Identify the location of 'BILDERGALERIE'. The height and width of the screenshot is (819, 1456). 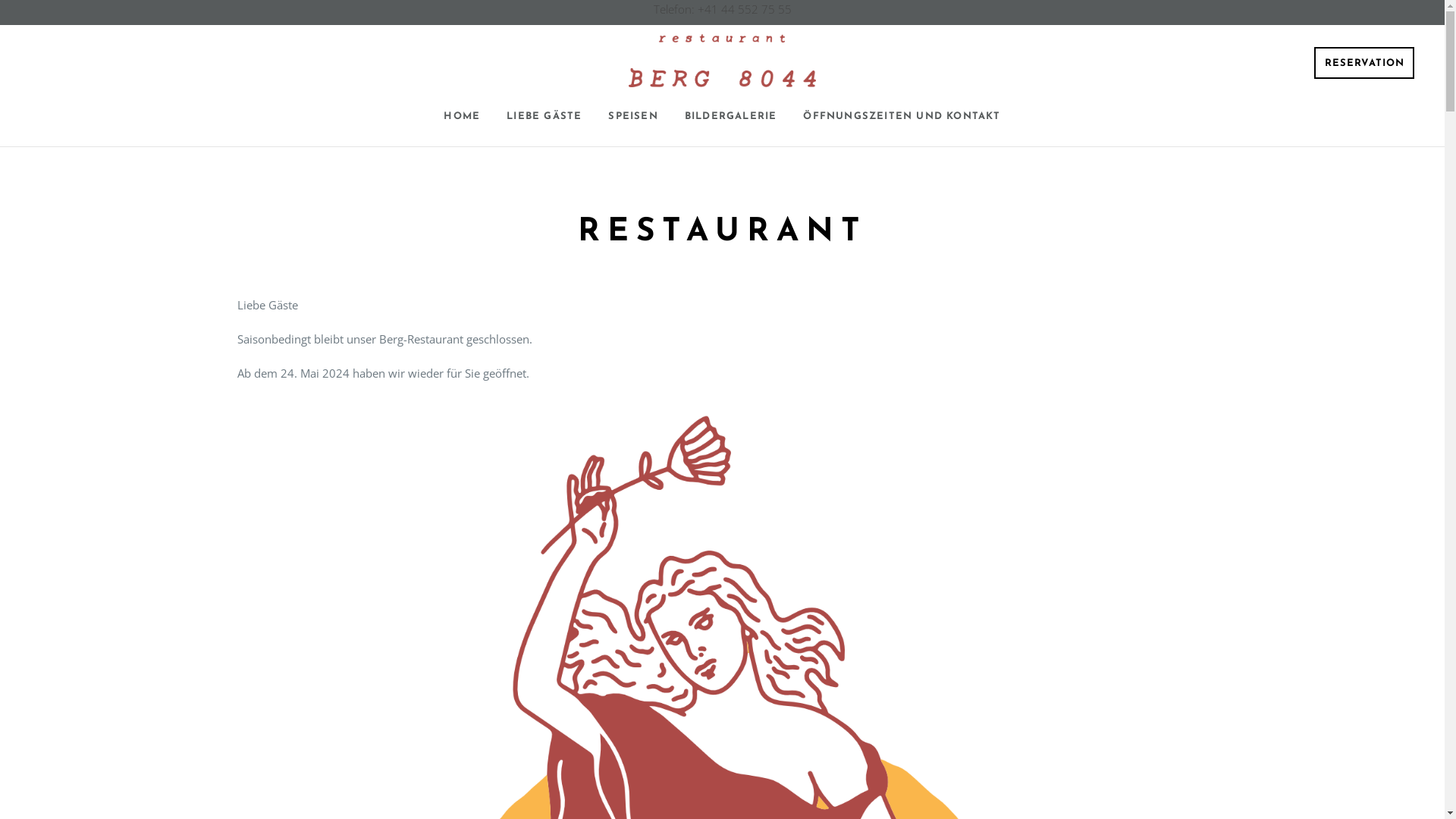
(731, 116).